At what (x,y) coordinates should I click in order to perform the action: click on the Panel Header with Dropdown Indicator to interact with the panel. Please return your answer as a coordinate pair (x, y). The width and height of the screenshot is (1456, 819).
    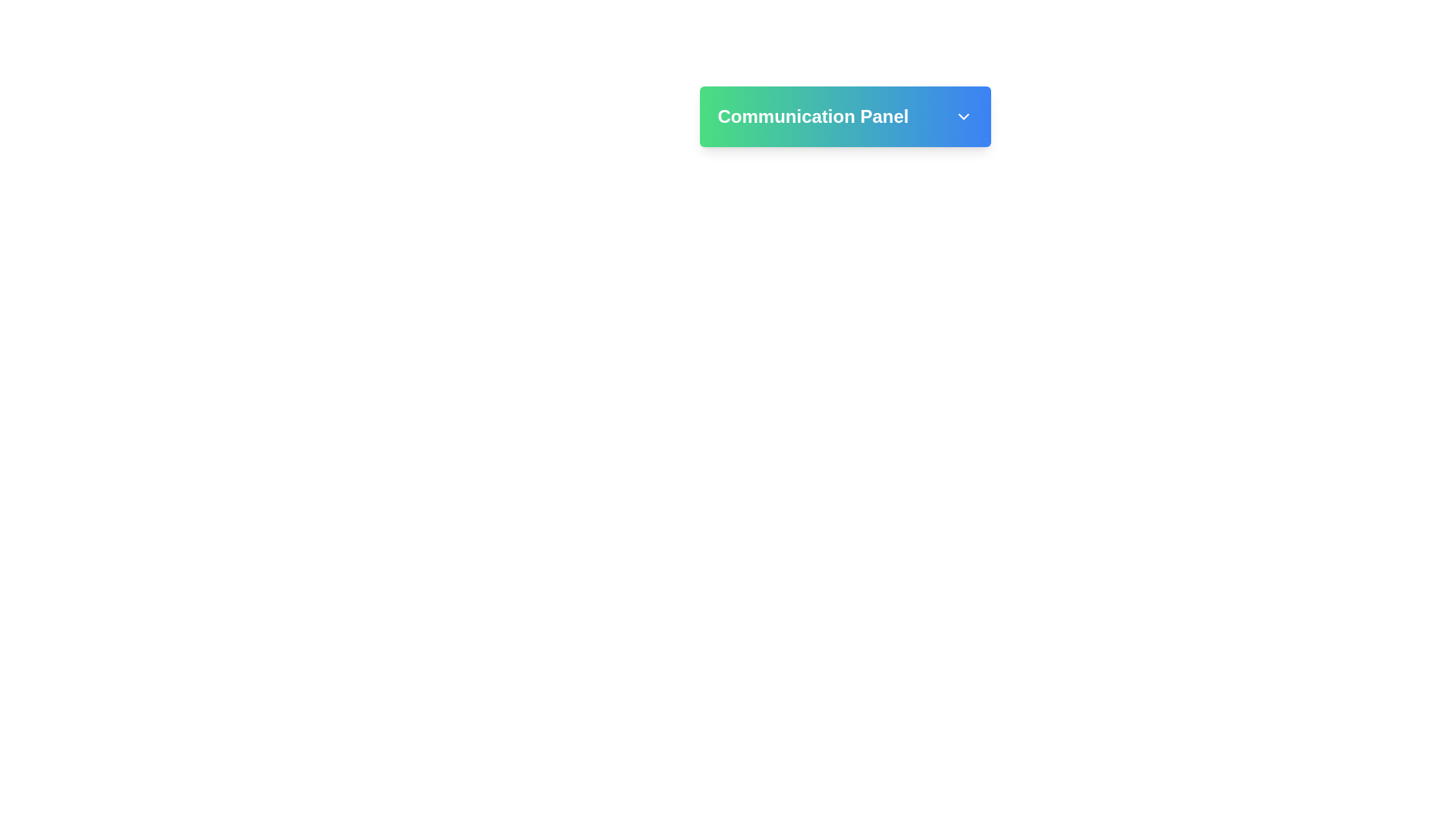
    Looking at the image, I should click on (844, 116).